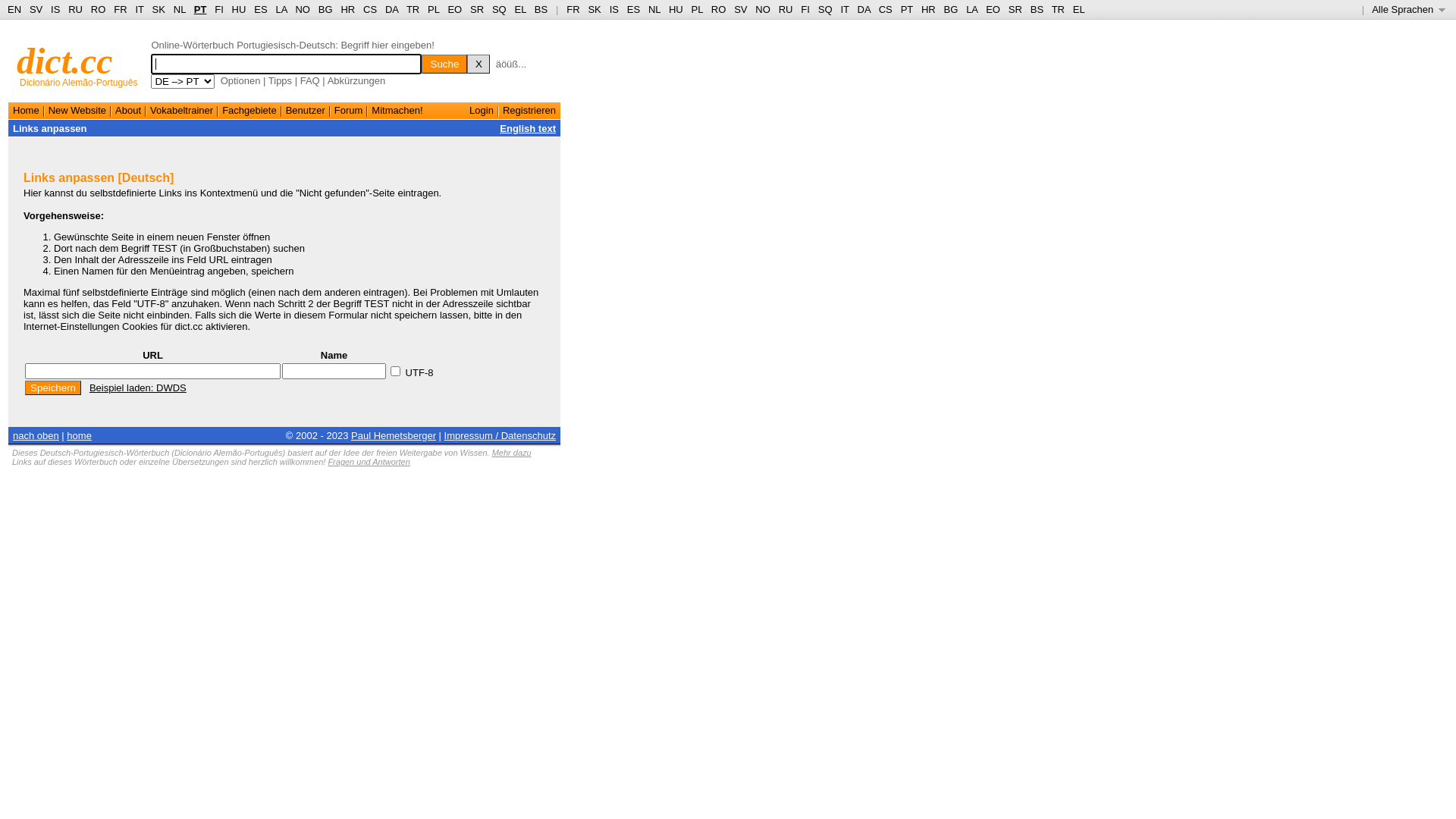 This screenshot has height=819, width=1456. I want to click on 'SR', so click(1015, 9).